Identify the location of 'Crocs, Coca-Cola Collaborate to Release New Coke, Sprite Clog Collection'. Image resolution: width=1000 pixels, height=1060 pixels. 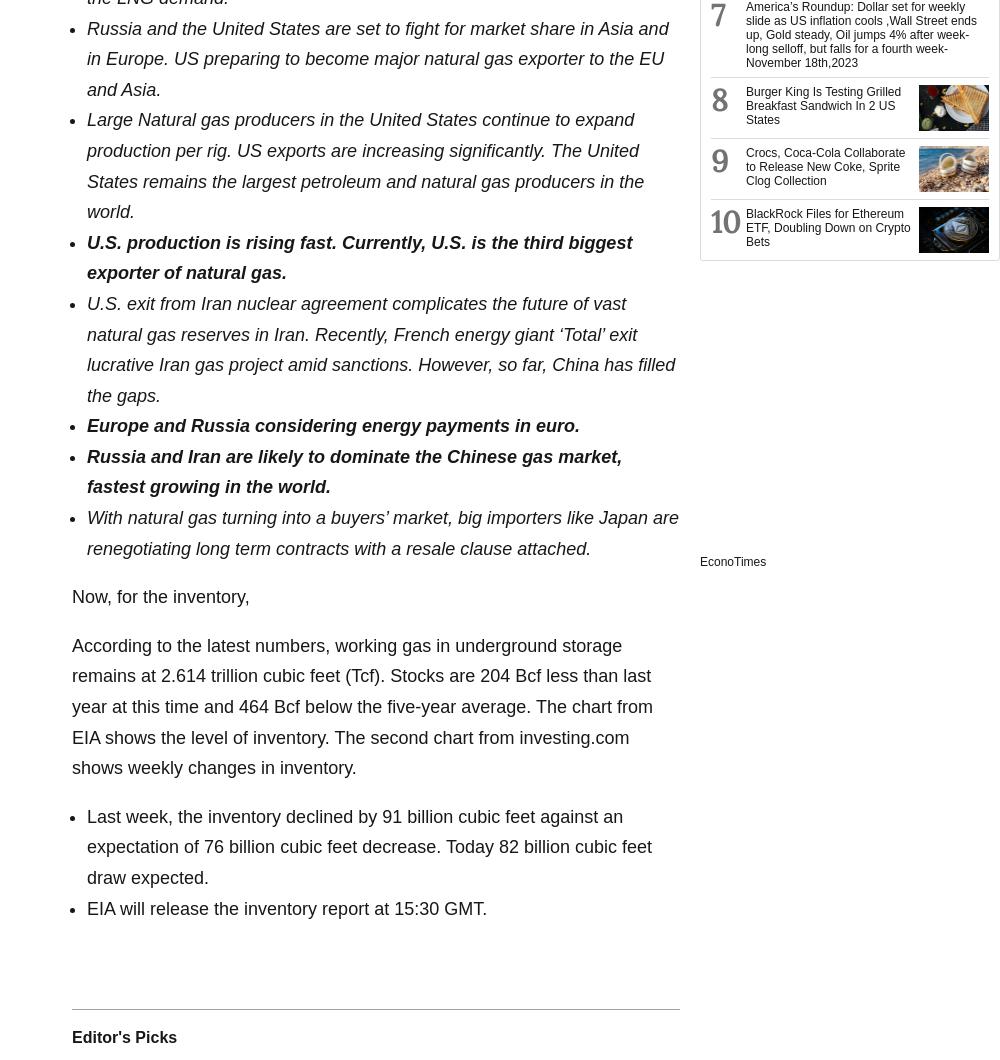
(824, 165).